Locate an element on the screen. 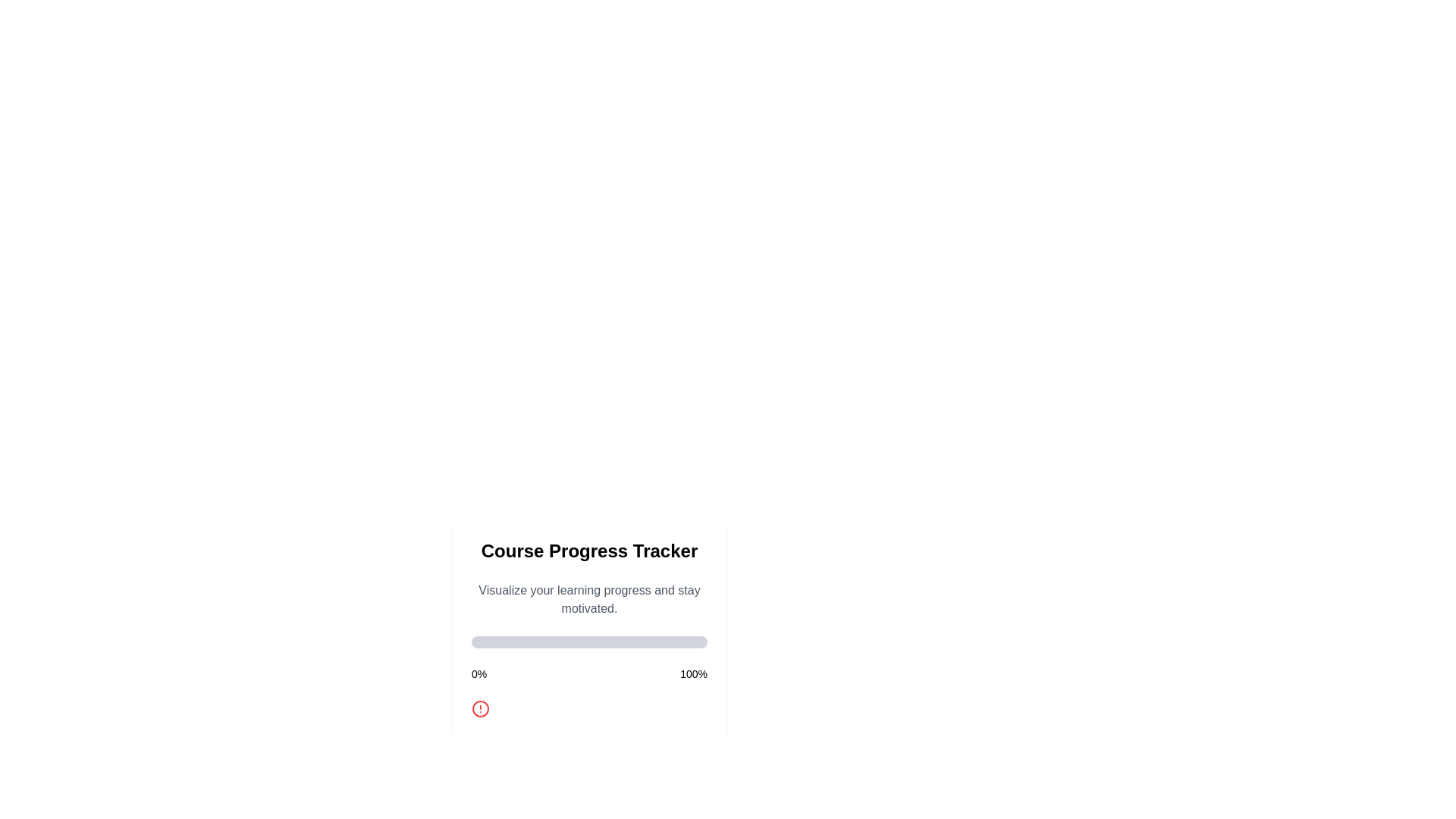 The image size is (1456, 819). the Progress Bar located beneath the title 'Course Progress Tracker' and the subtitle 'Visualize your learning progress and stay motivated', which is partially filled with a green bar indicating zero percent progress is located at coordinates (588, 642).